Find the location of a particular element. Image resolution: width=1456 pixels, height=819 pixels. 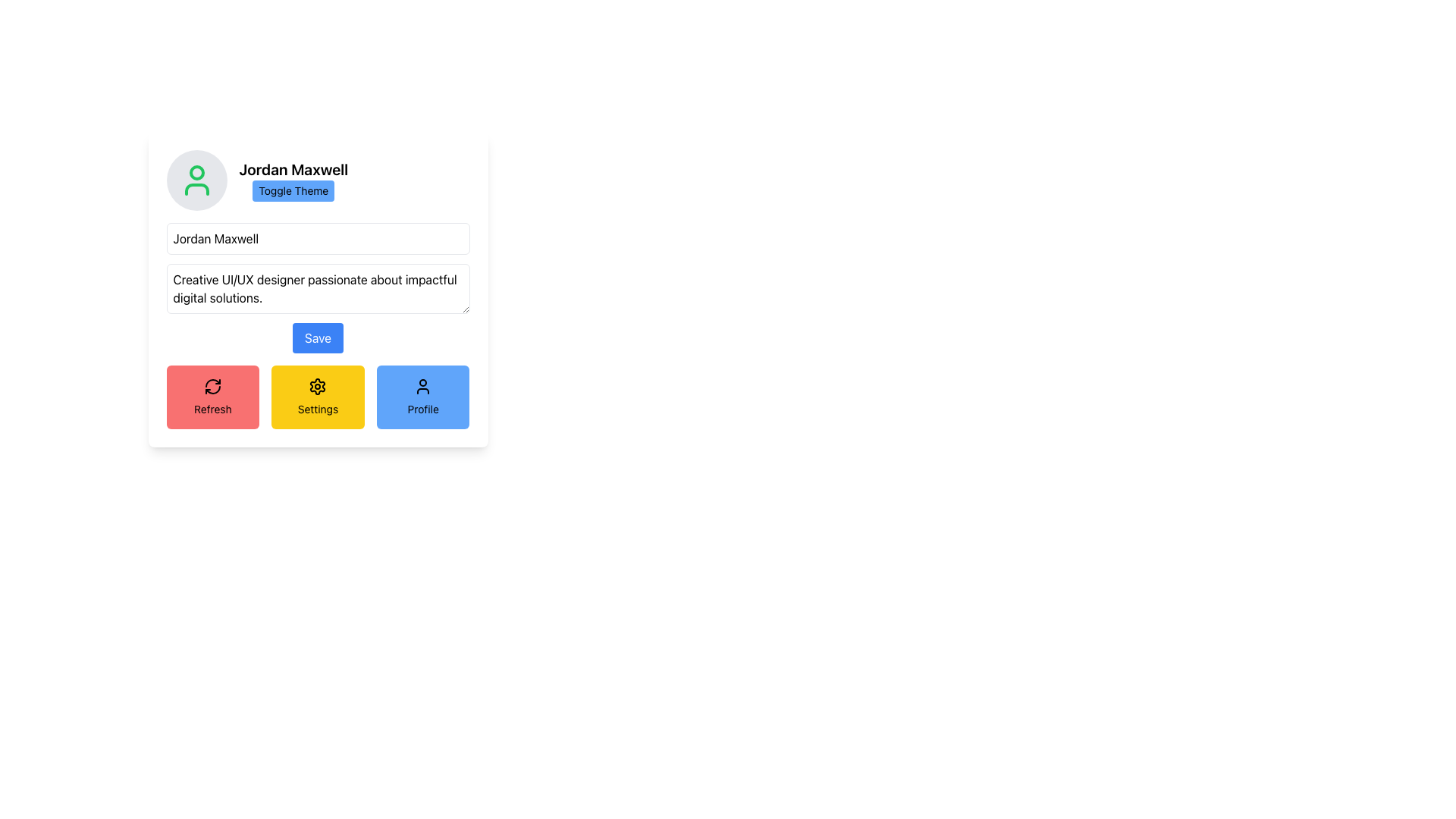

text label that displays the name 'Jordan Maxwell', which is located in the upper-left section of the interface, directly to the right of a circular icon and above a smaller blue rectangular button labeled 'Toggle Theme' is located at coordinates (293, 169).